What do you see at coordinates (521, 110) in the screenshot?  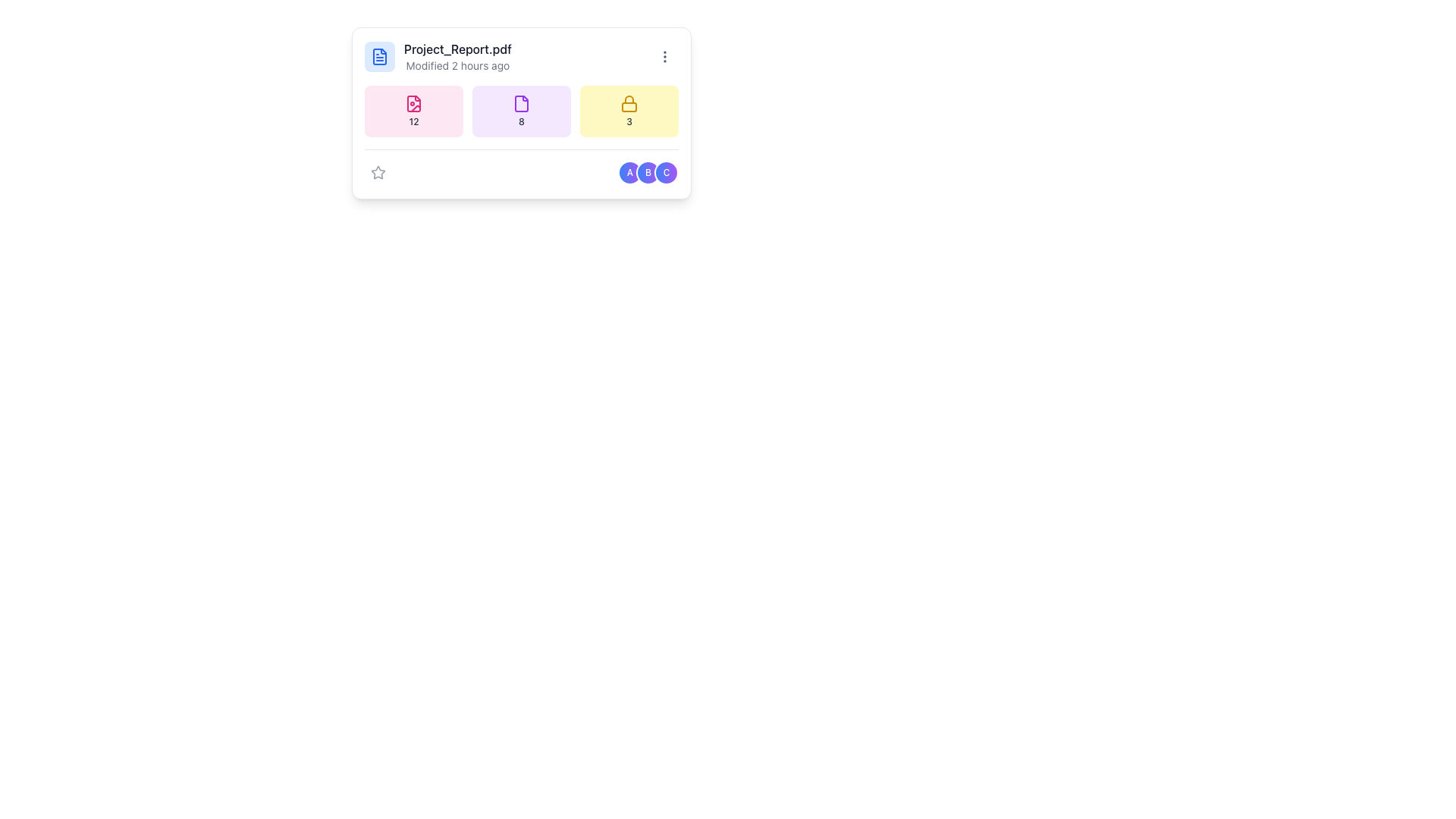 I see `the middle category card in the grid` at bounding box center [521, 110].